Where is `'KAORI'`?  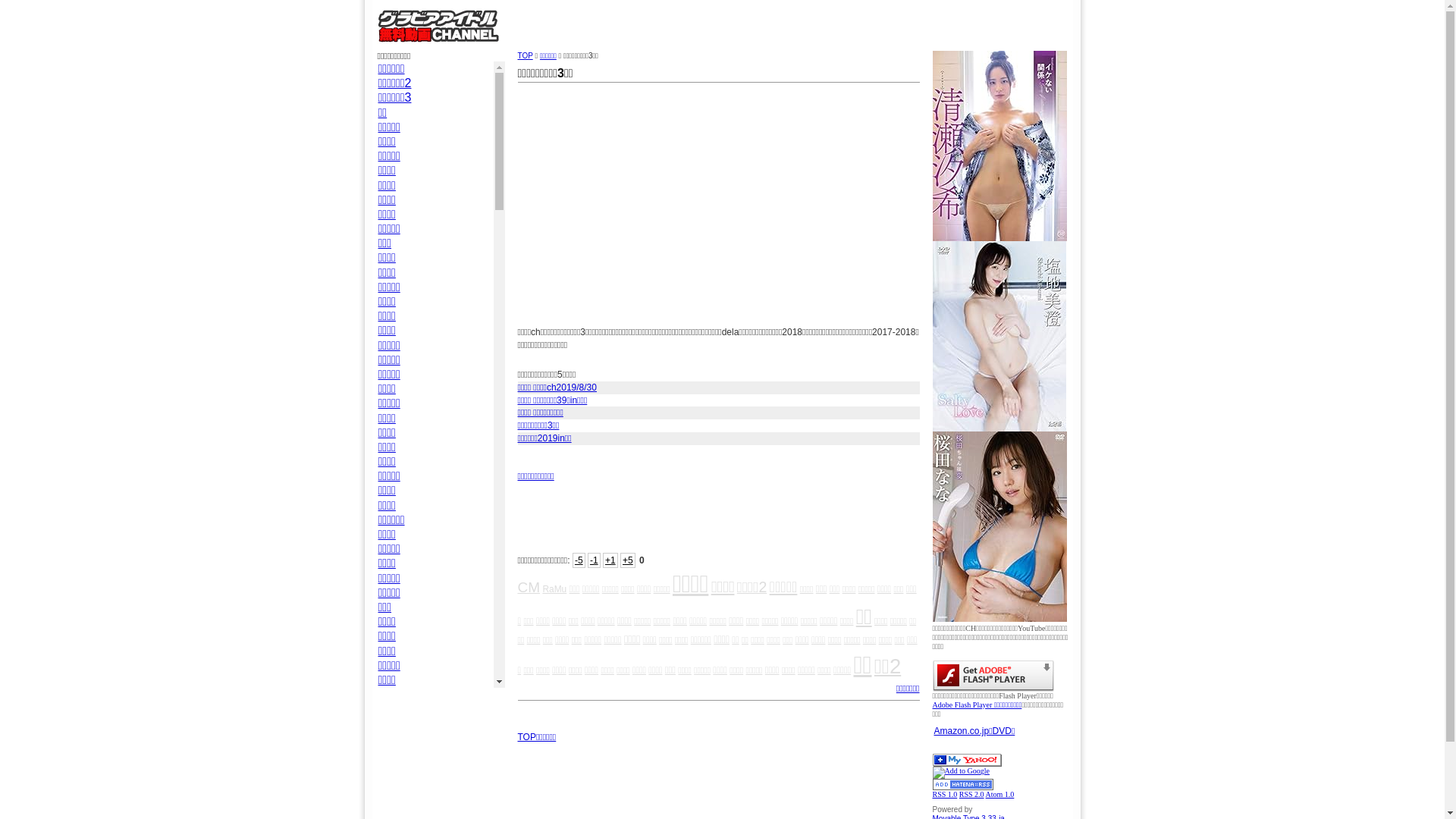 'KAORI' is located at coordinates (397, 722).